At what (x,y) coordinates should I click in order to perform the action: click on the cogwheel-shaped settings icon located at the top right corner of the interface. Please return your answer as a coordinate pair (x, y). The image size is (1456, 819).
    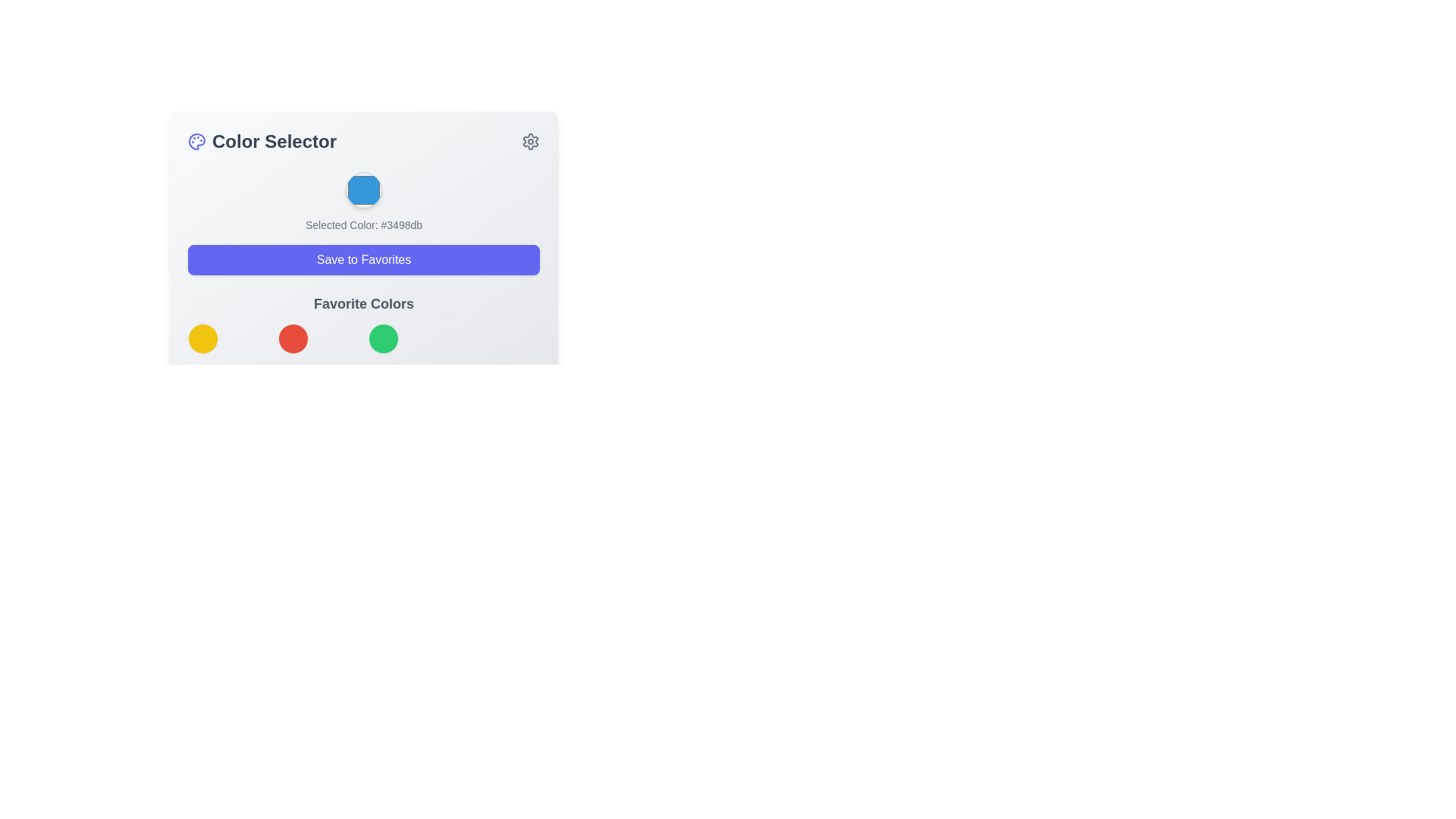
    Looking at the image, I should click on (531, 141).